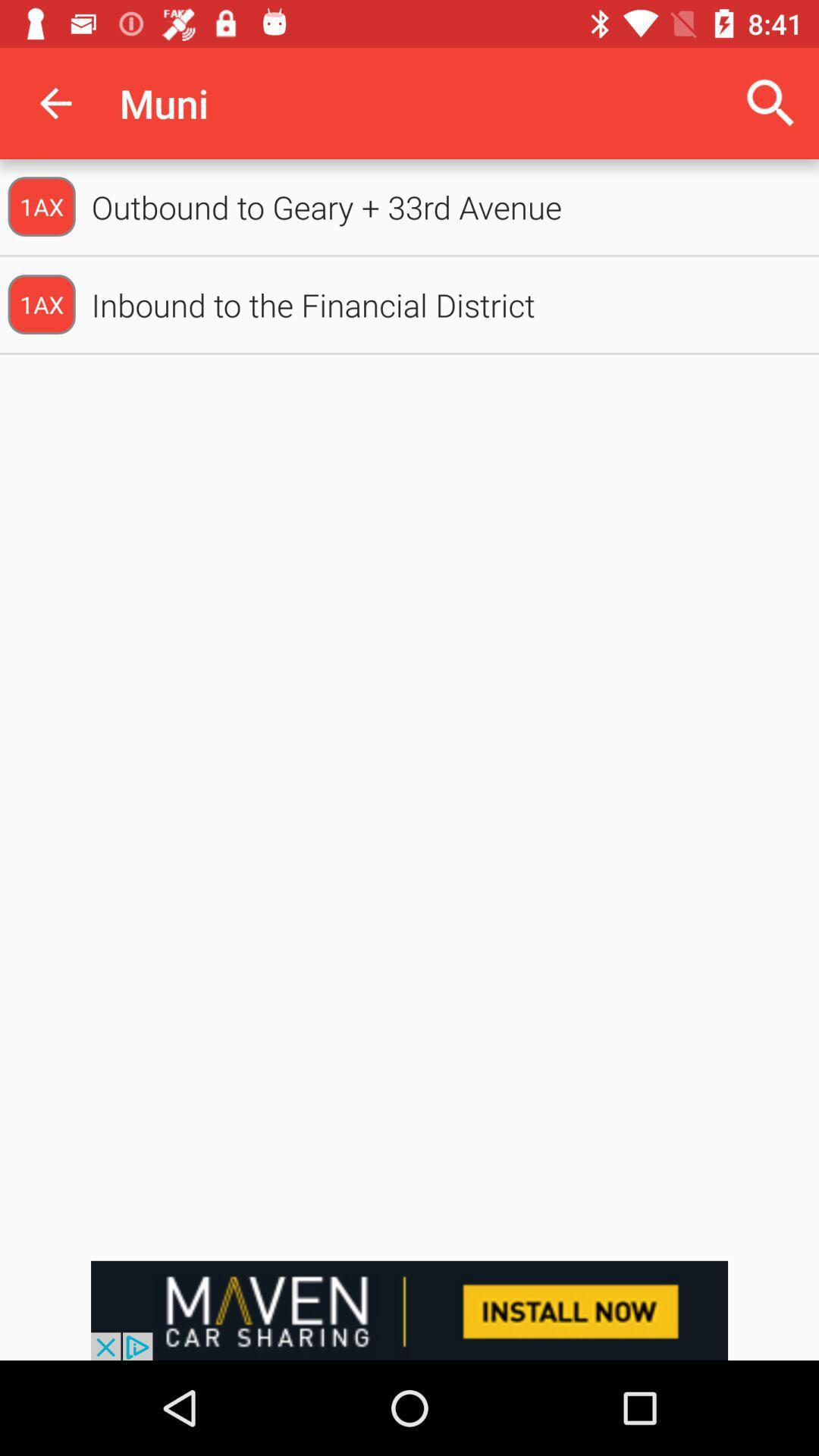 Image resolution: width=819 pixels, height=1456 pixels. What do you see at coordinates (409, 1310) in the screenshot?
I see `advertisement page` at bounding box center [409, 1310].